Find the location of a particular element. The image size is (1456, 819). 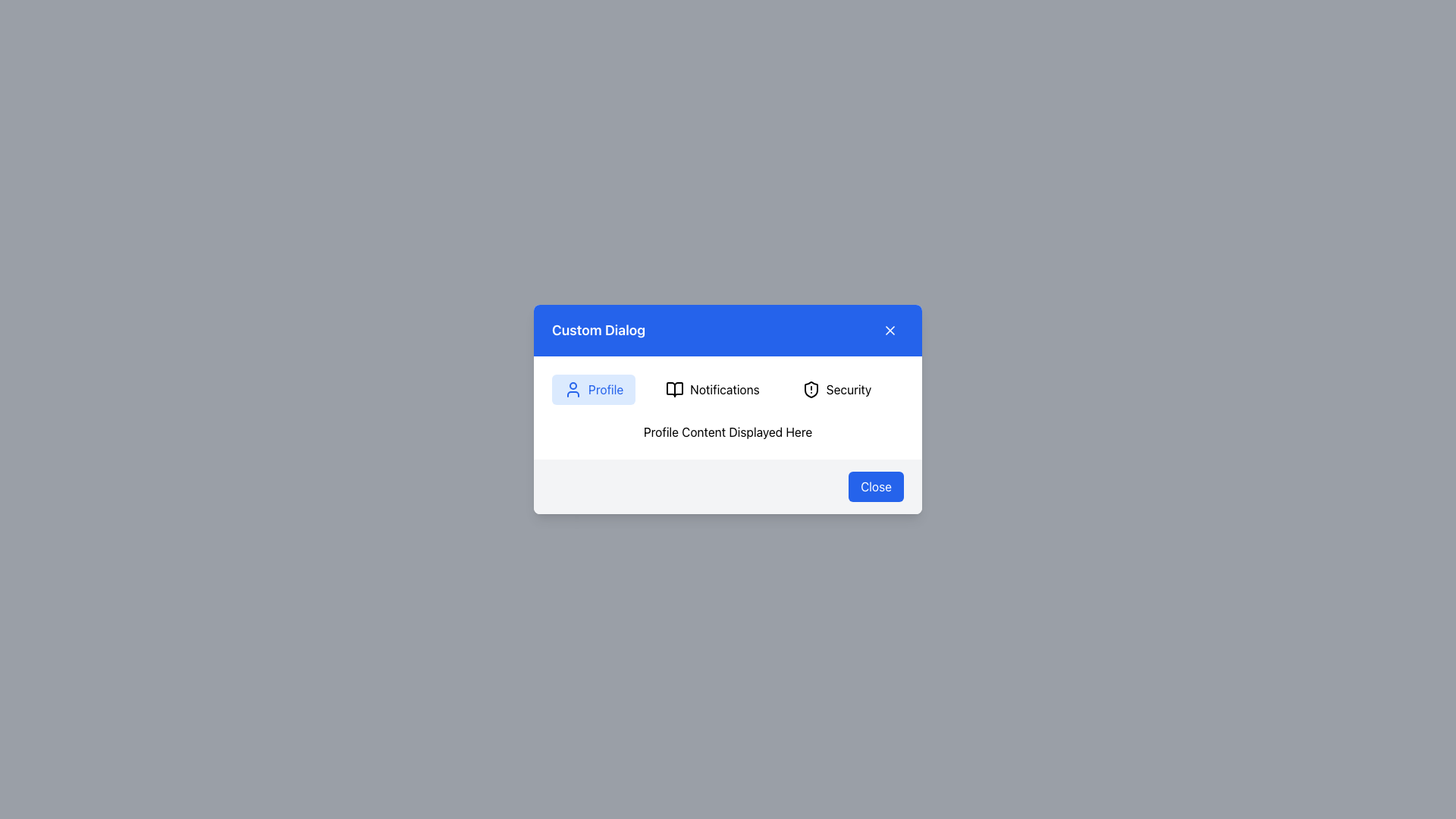

Notifications icon located immediately to the left of the Notifications button to view its properties is located at coordinates (674, 388).